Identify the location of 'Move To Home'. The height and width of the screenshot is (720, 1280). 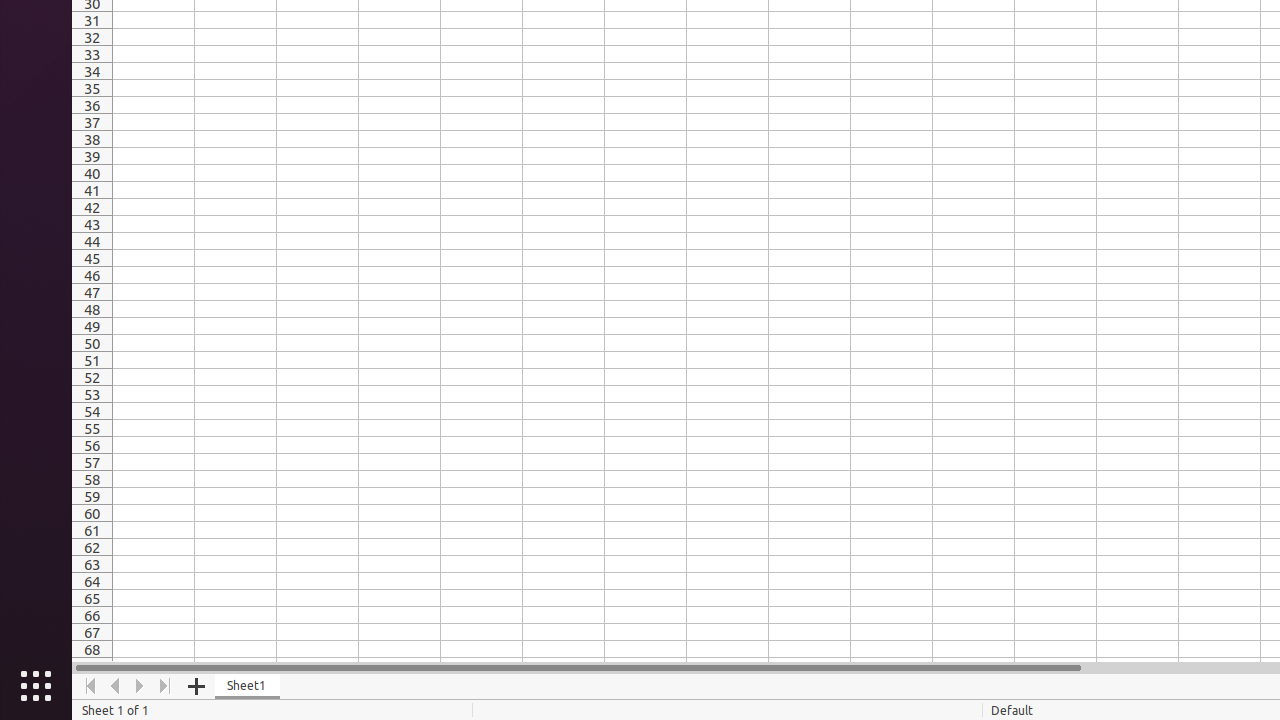
(89, 685).